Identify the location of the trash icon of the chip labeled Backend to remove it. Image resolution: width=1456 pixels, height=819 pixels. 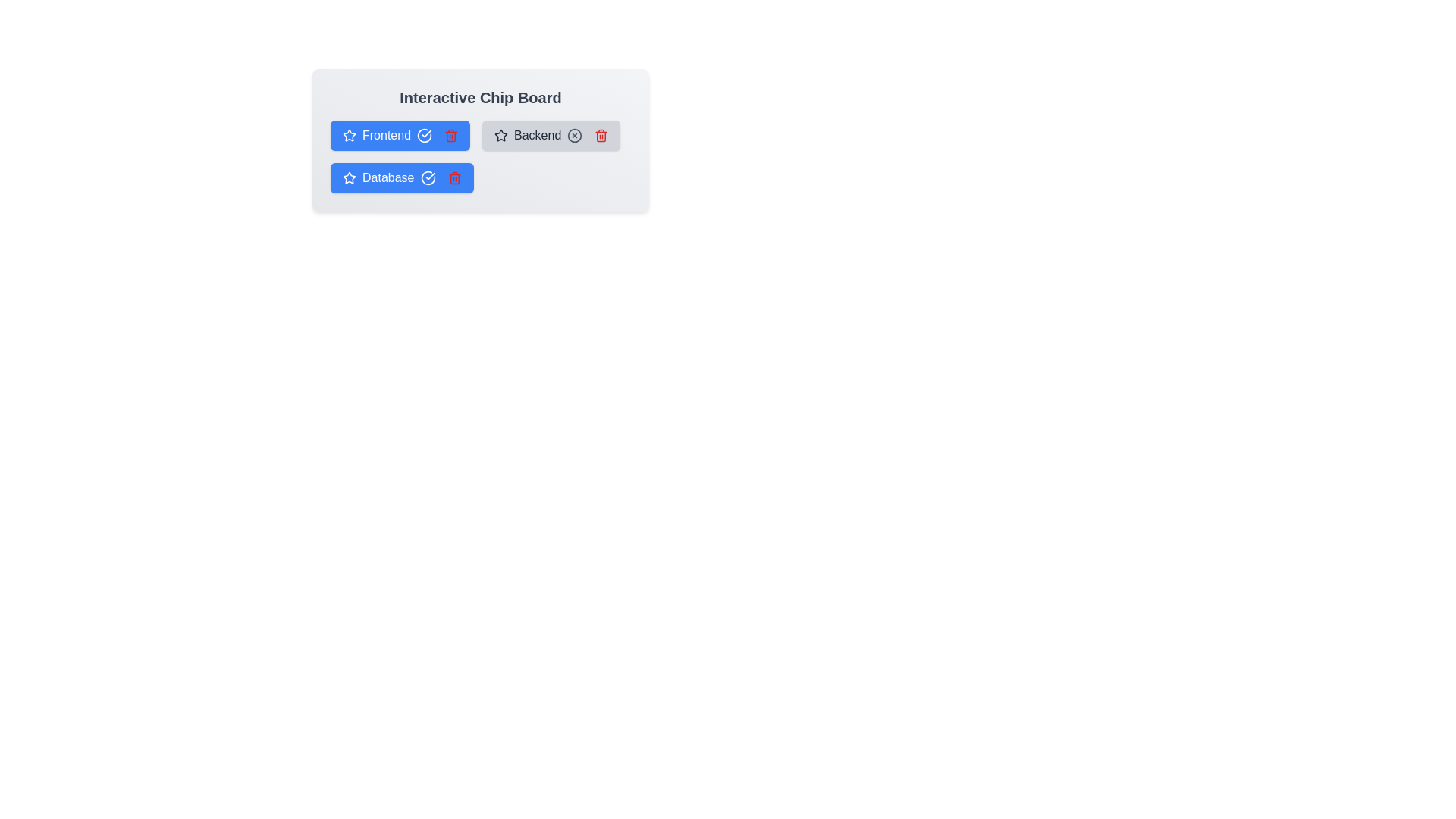
(601, 134).